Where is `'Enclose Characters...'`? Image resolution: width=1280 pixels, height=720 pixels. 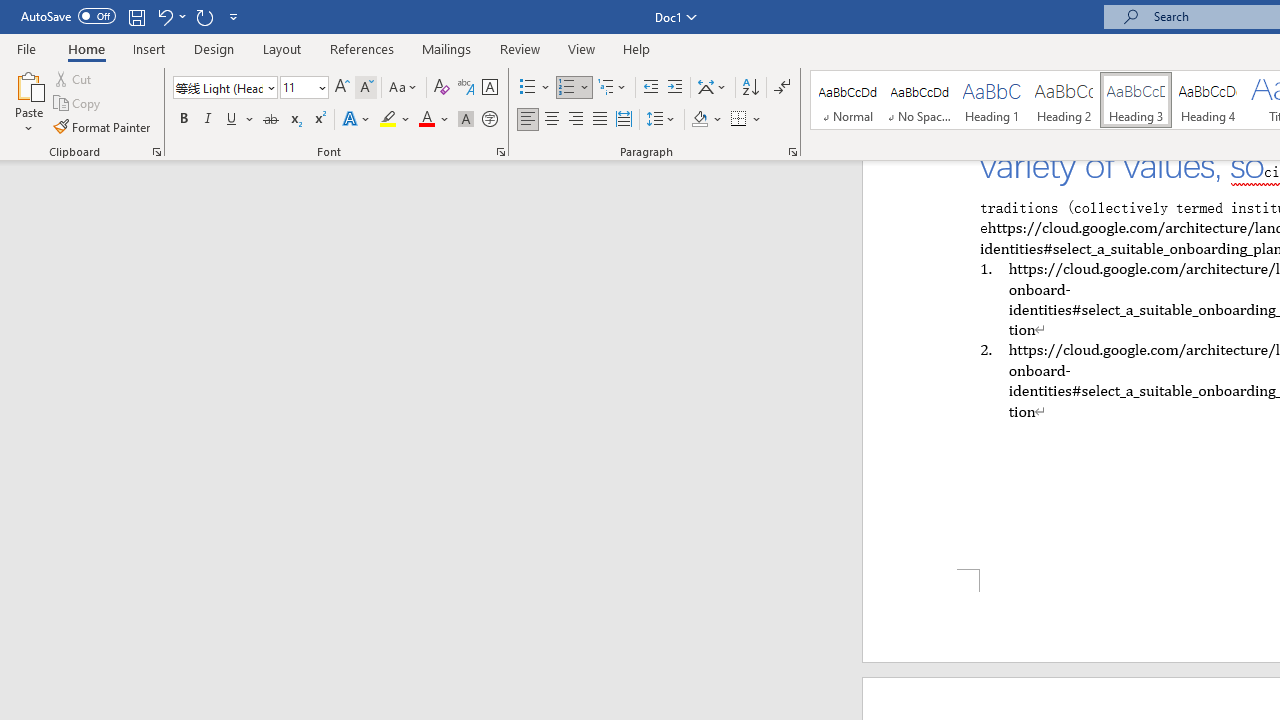
'Enclose Characters...' is located at coordinates (489, 119).